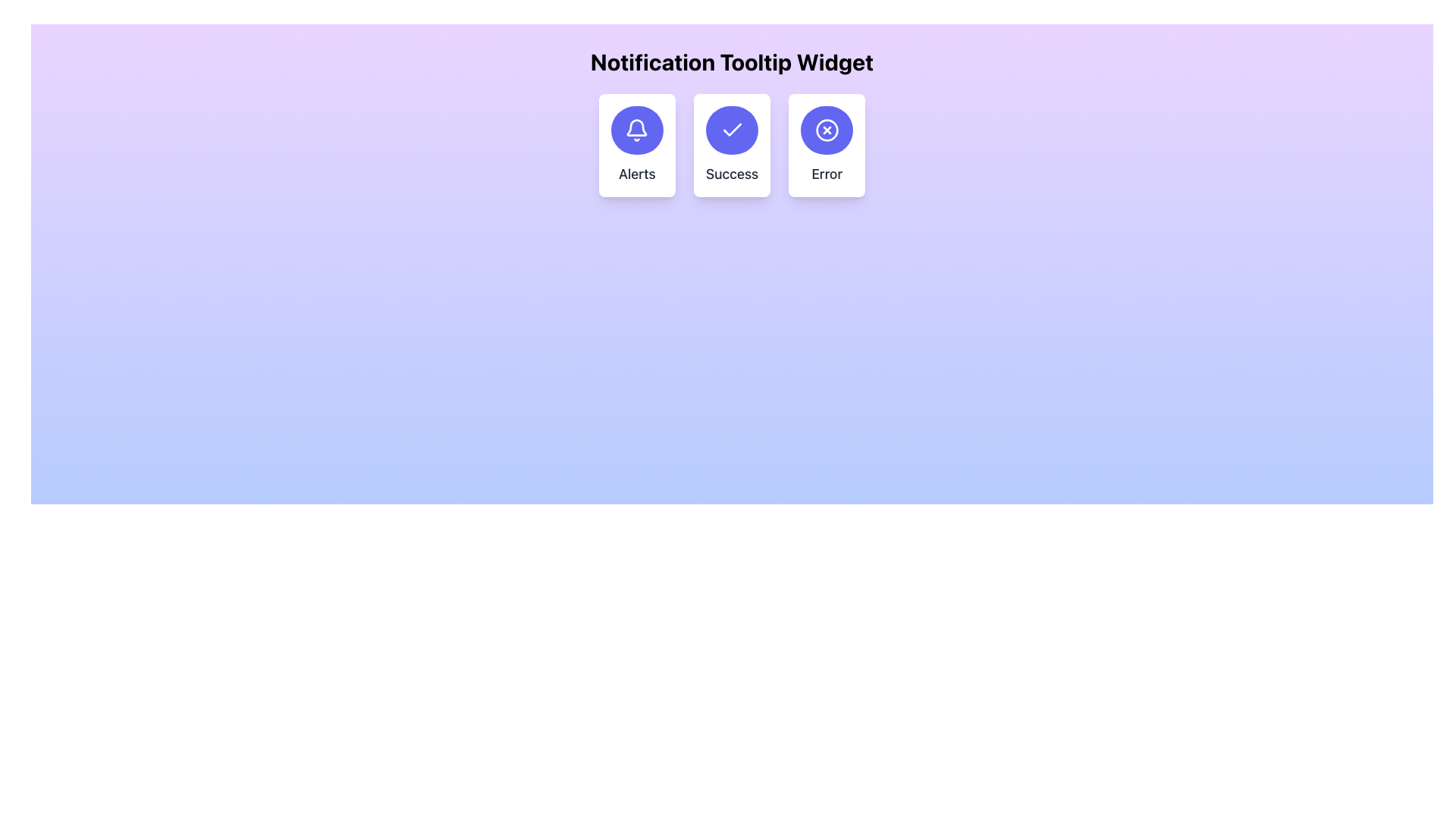  What do you see at coordinates (732, 130) in the screenshot?
I see `the 'Success' button by clicking on the central icon that represents a successful action or state, located within the blue circular background` at bounding box center [732, 130].